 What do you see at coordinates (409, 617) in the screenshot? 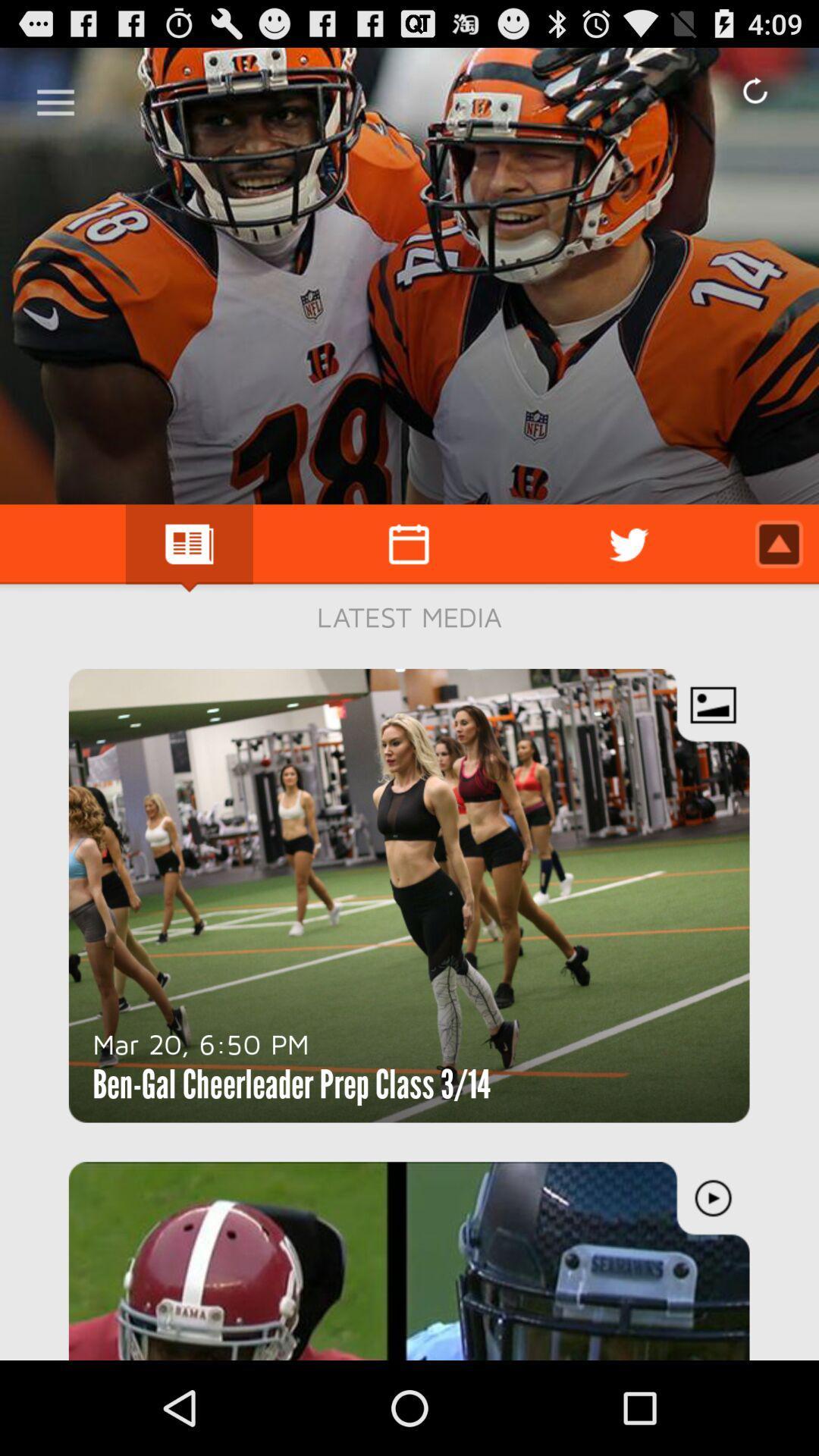
I see `the latest media` at bounding box center [409, 617].